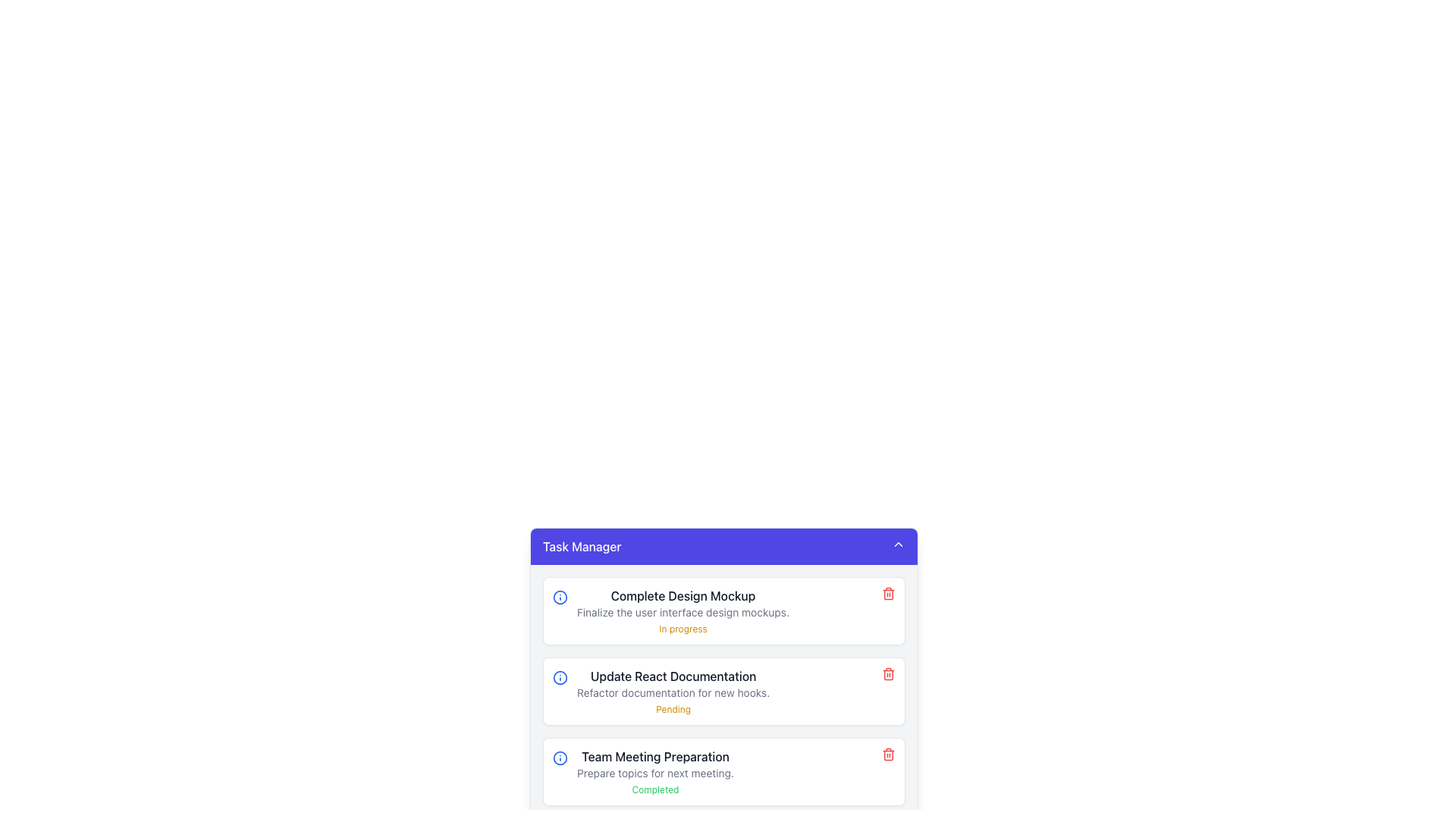 The width and height of the screenshot is (1456, 819). I want to click on the text label displaying 'In progress' at the bottom of the 'Task Manager' card for the task 'Complete Design Mockup', so click(682, 629).